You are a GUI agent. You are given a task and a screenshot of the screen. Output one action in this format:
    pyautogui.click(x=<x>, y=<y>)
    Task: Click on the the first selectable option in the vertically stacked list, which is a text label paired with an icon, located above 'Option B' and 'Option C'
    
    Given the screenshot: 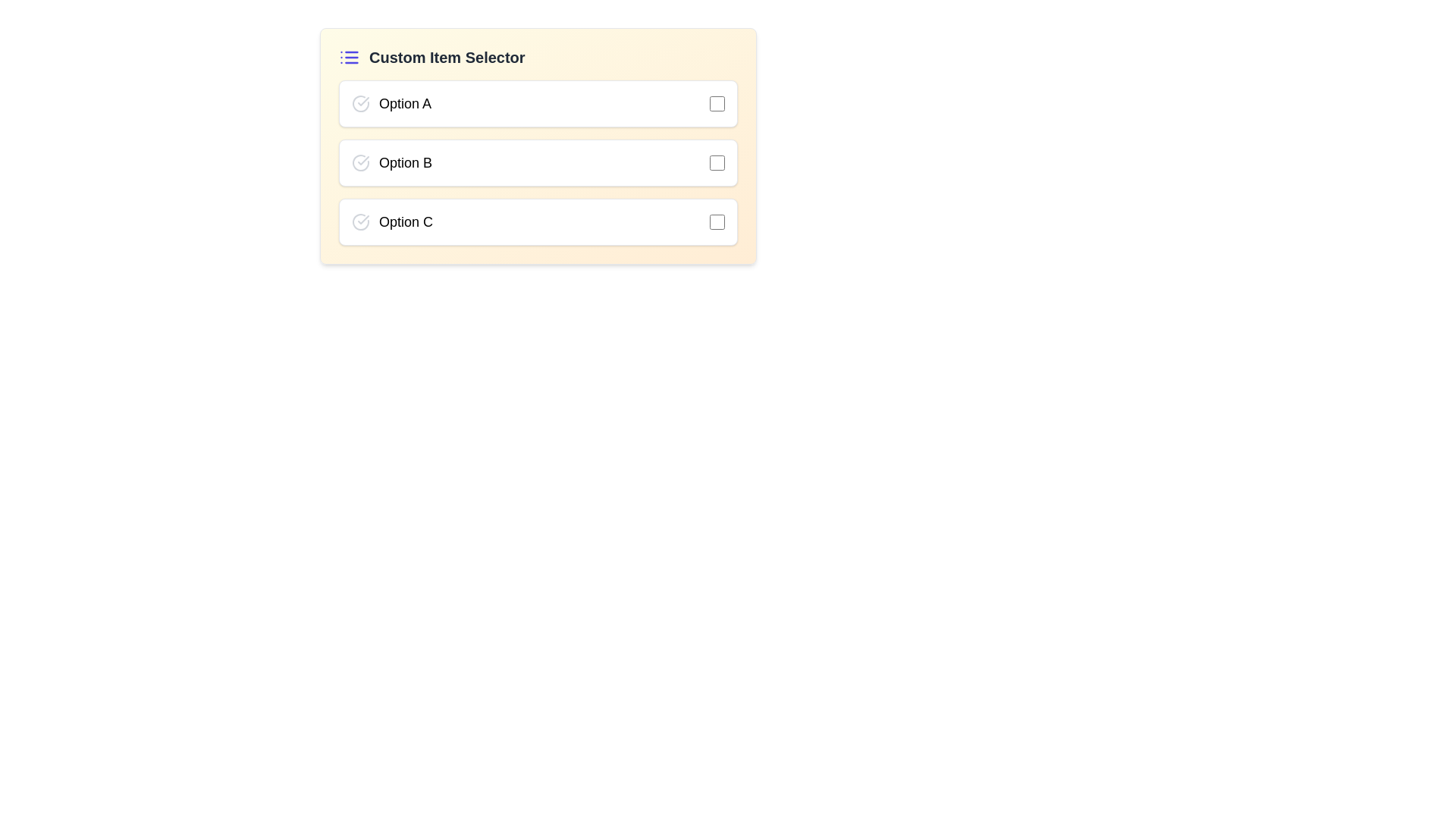 What is the action you would take?
    pyautogui.click(x=391, y=103)
    